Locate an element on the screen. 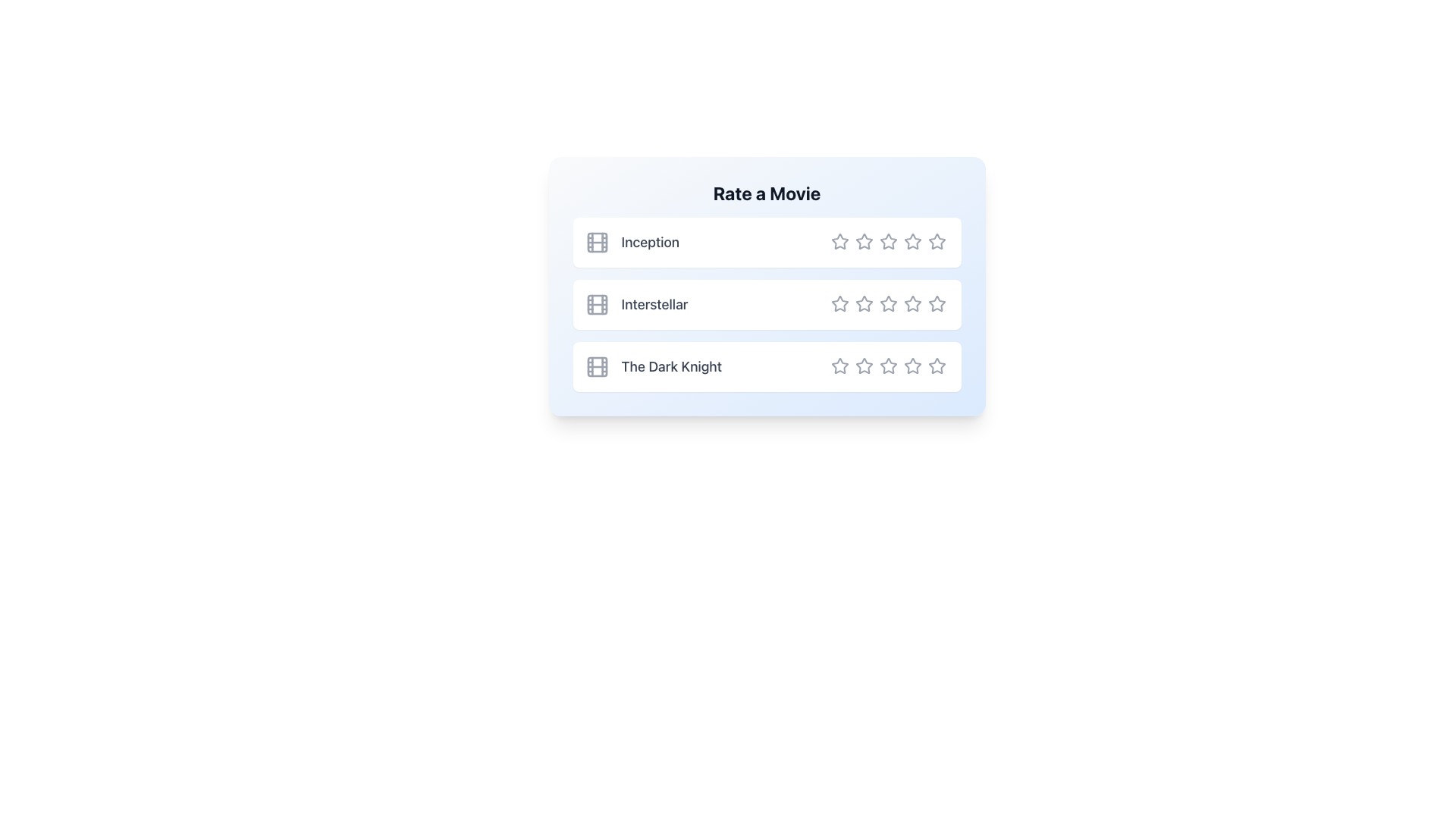 The image size is (1456, 819). displayed text of the Text Label with Icon that represents the movie 'The Dark Knight', located below 'Interstellar' and above the rating section is located at coordinates (653, 366).